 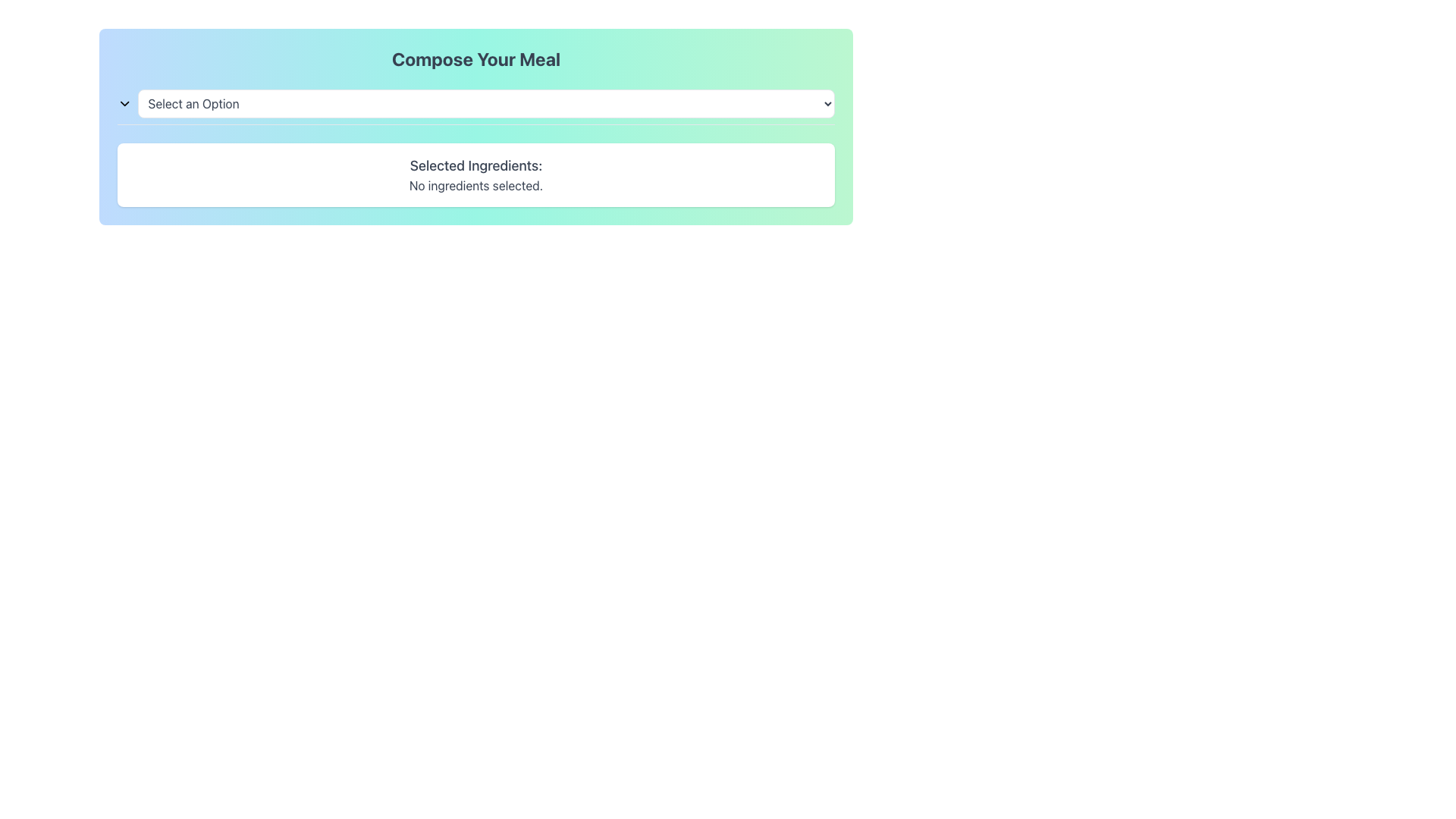 I want to click on the Dropdown Menu located directly under the title 'Compose Your Meal', so click(x=475, y=103).